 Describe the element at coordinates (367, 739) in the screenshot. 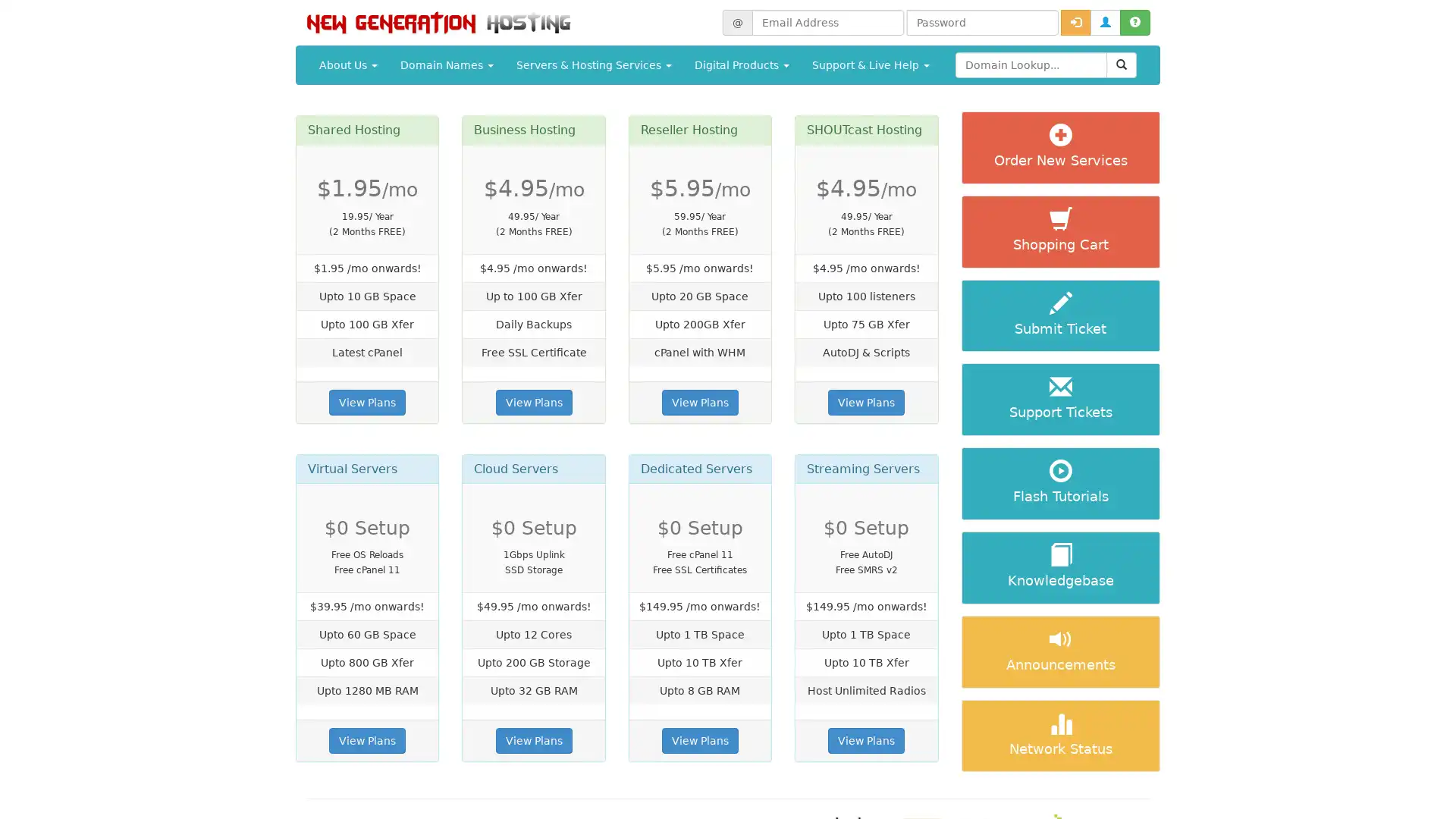

I see `View Plans` at that location.